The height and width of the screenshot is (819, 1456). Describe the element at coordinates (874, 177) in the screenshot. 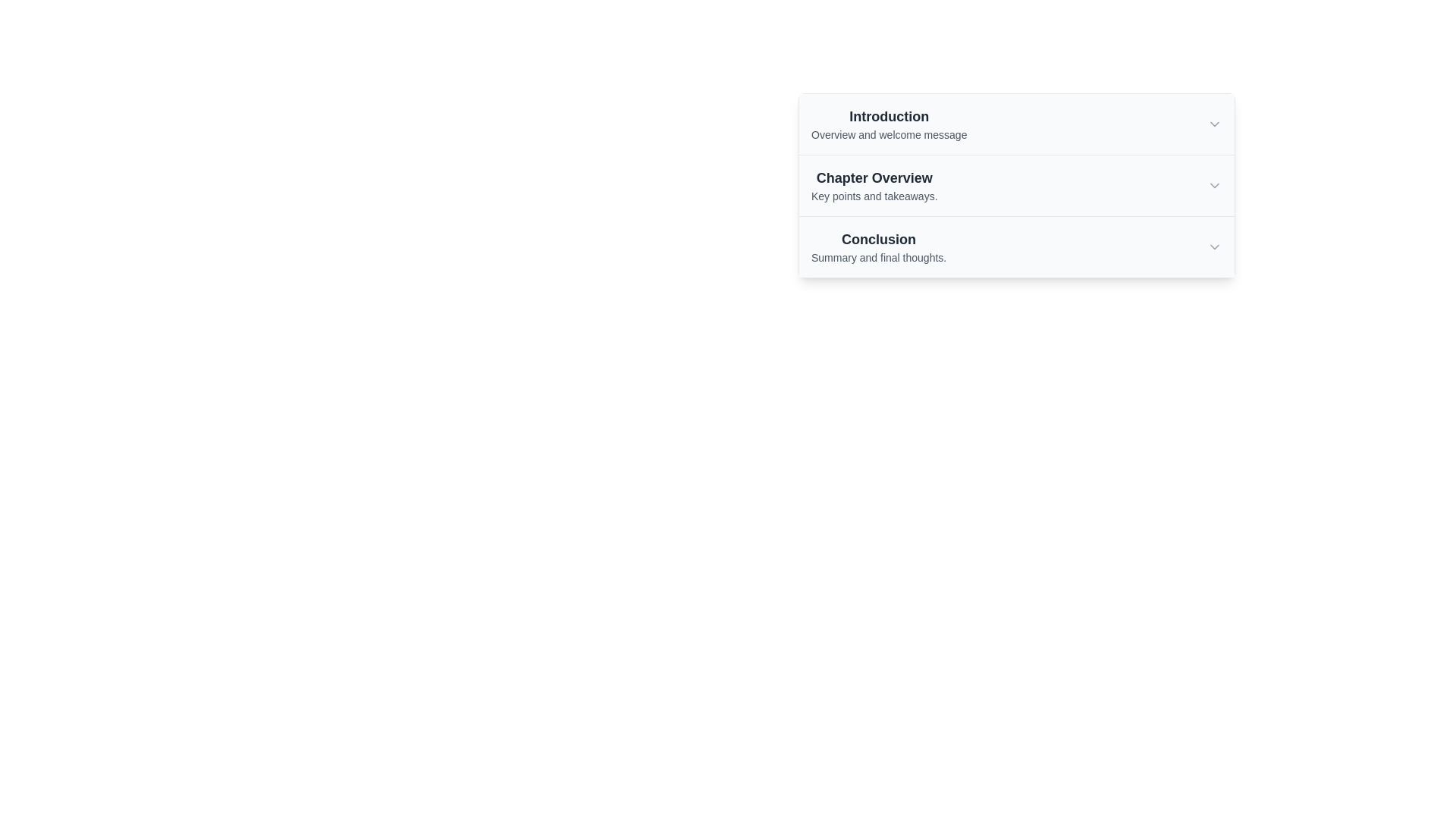

I see `information from the 'Chapter Overview' text label, which is styled in bold and large black font, located in the middle section of a dropdown list on the right-hand side of the interface` at that location.